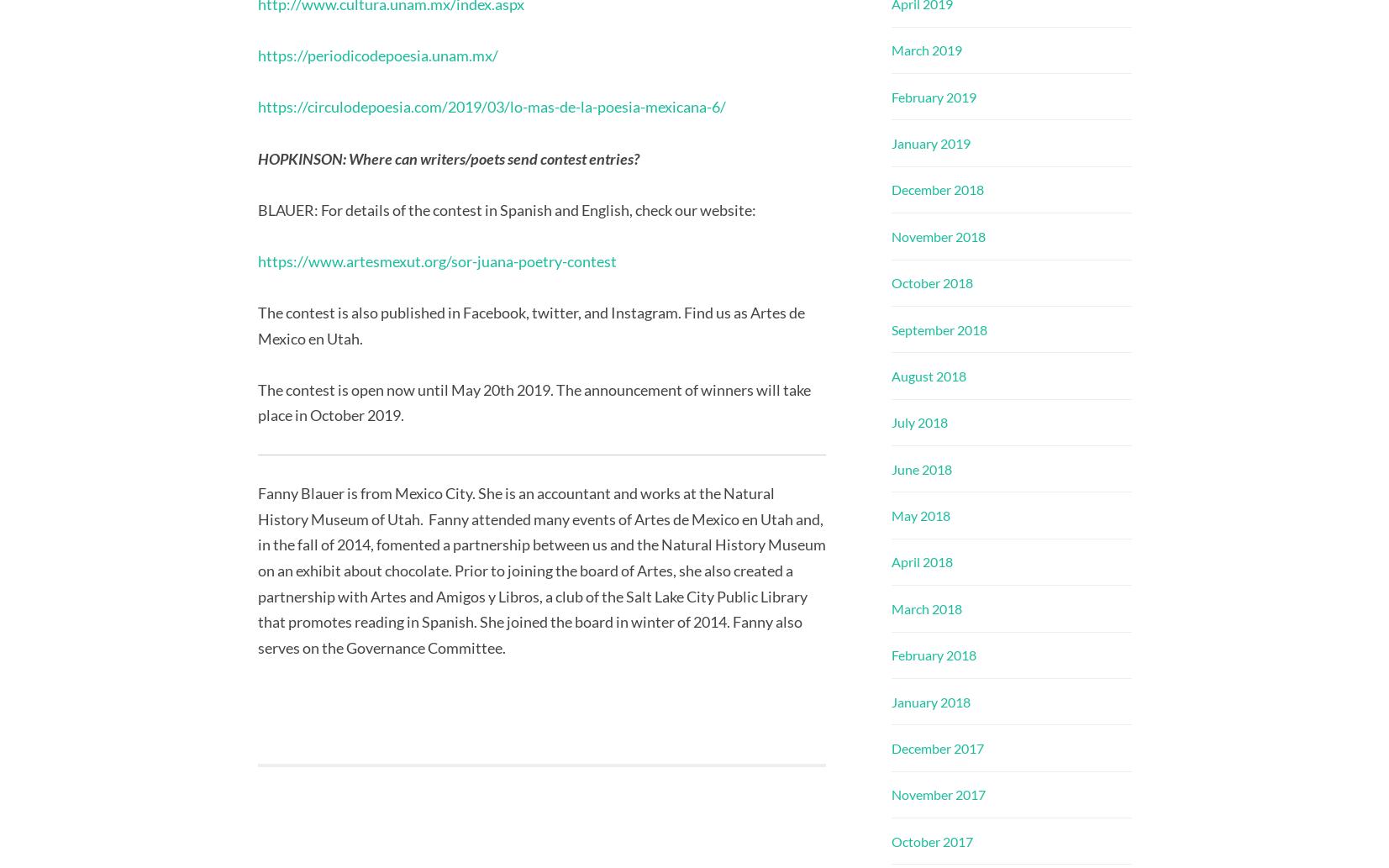  I want to click on 'Fanny Blauer is from Mexico City. She is an accountant and works at the Natural History Museum of Utah.  Fanny attended many events of Artes de Mexico en Utah and, in the fall of 2014, fomented a partnership between us and the Natural History Museum on an exhibit about chocolate. Prior to joining the board of Artes, she also created a partnership with Artes and Amigos y Libros, a club of the Salt Lake City Public Library that promotes reading in Spanish. She joined the board in winter of 2014. Fanny also serves on the Governance Committee.', so click(540, 569).